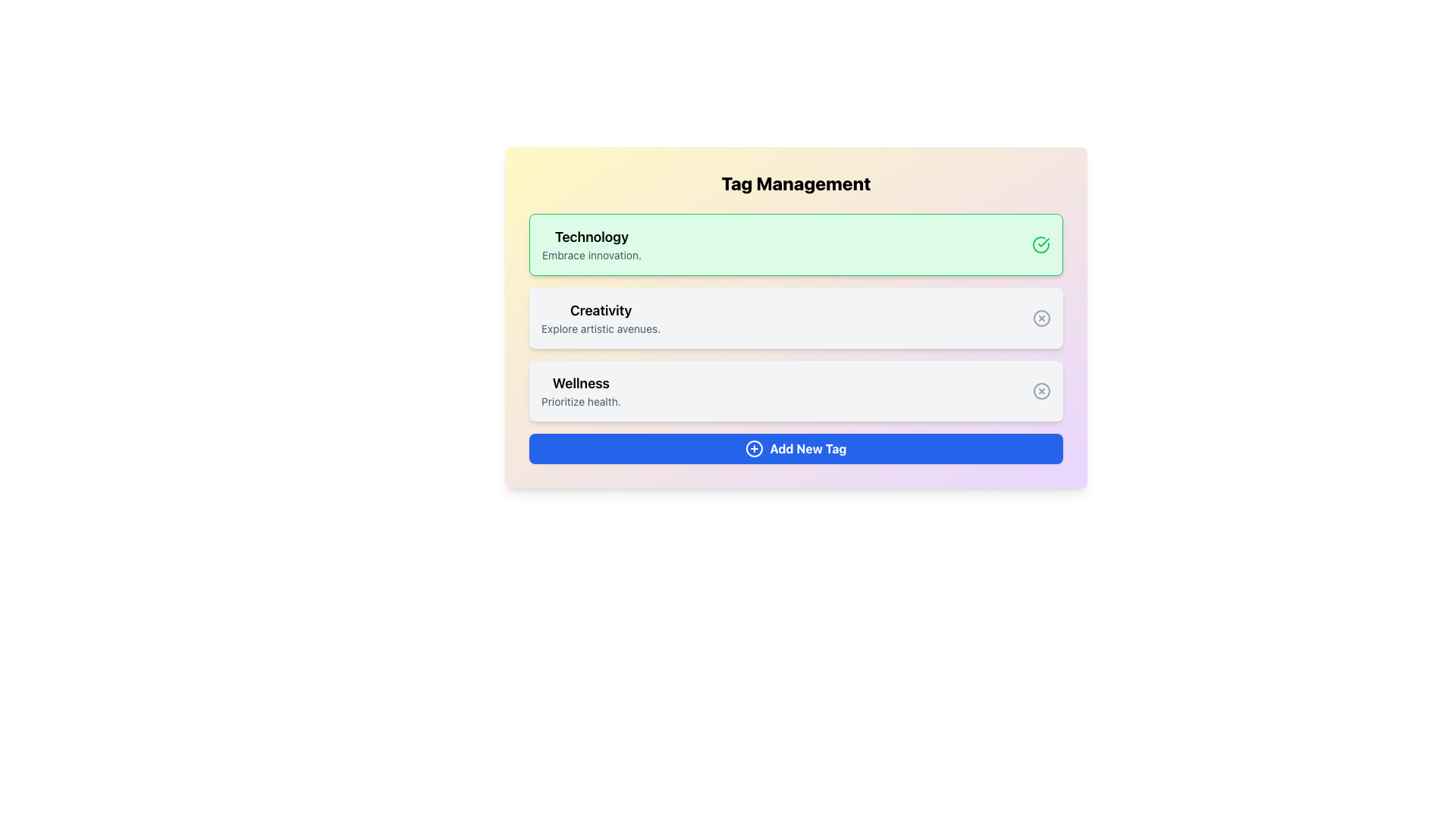  What do you see at coordinates (600, 318) in the screenshot?
I see `the 'Creativity' content block, which is the second entry in a list of cards, featuring a large, bold heading and a smaller description` at bounding box center [600, 318].